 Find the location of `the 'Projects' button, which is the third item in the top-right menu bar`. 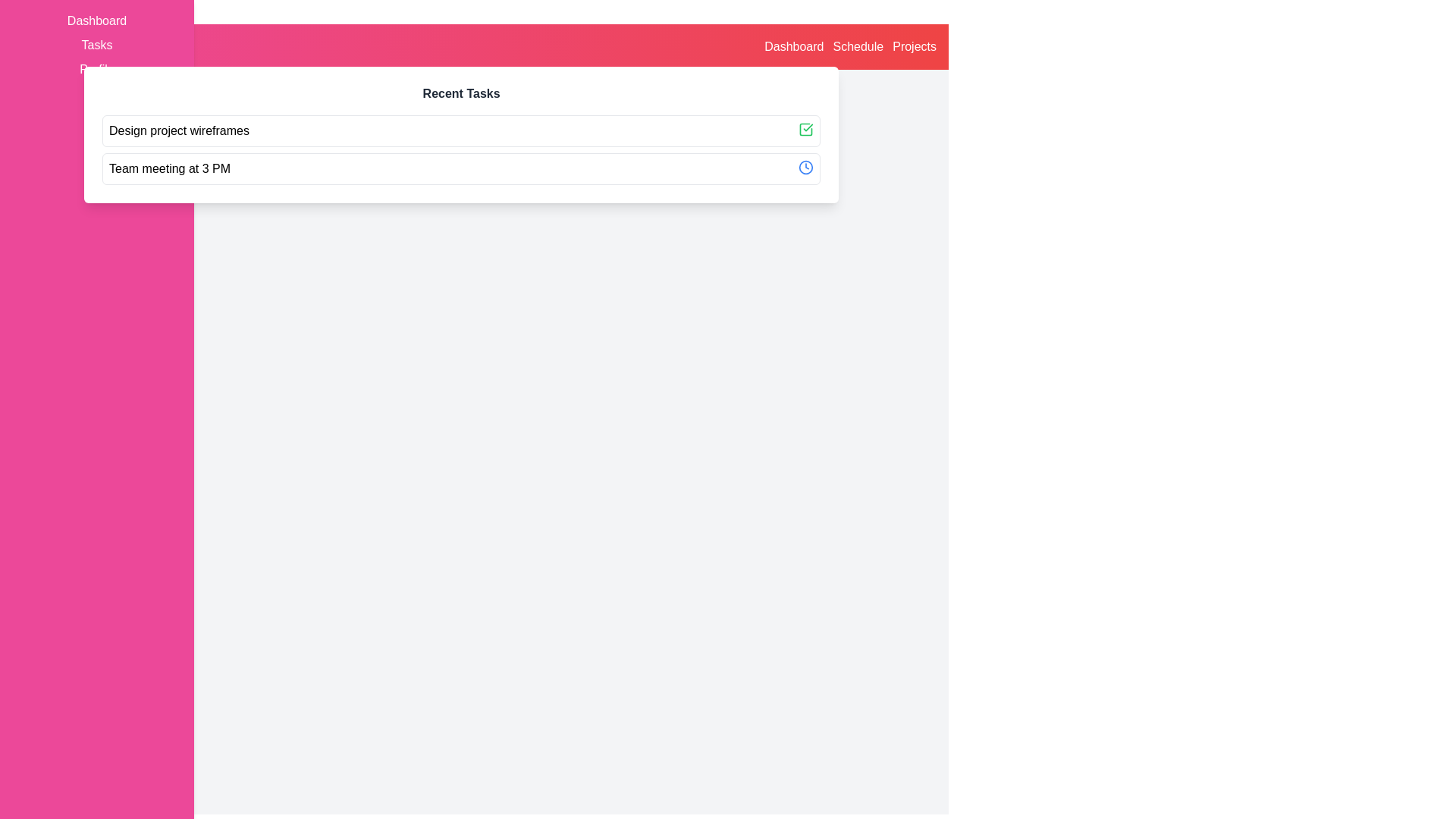

the 'Projects' button, which is the third item in the top-right menu bar is located at coordinates (914, 45).